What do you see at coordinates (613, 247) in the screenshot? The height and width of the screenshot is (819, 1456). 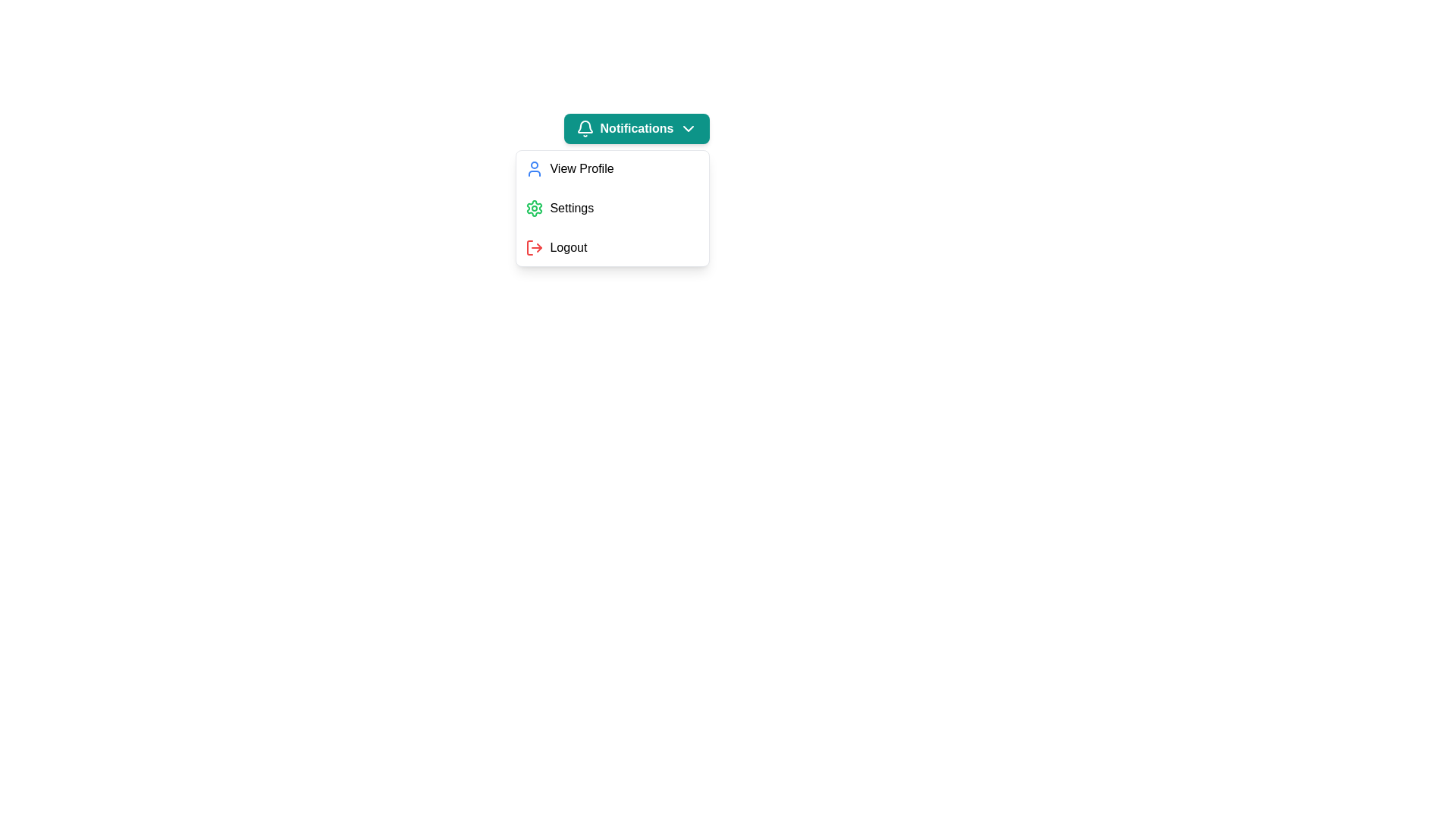 I see `the menu option Logout` at bounding box center [613, 247].